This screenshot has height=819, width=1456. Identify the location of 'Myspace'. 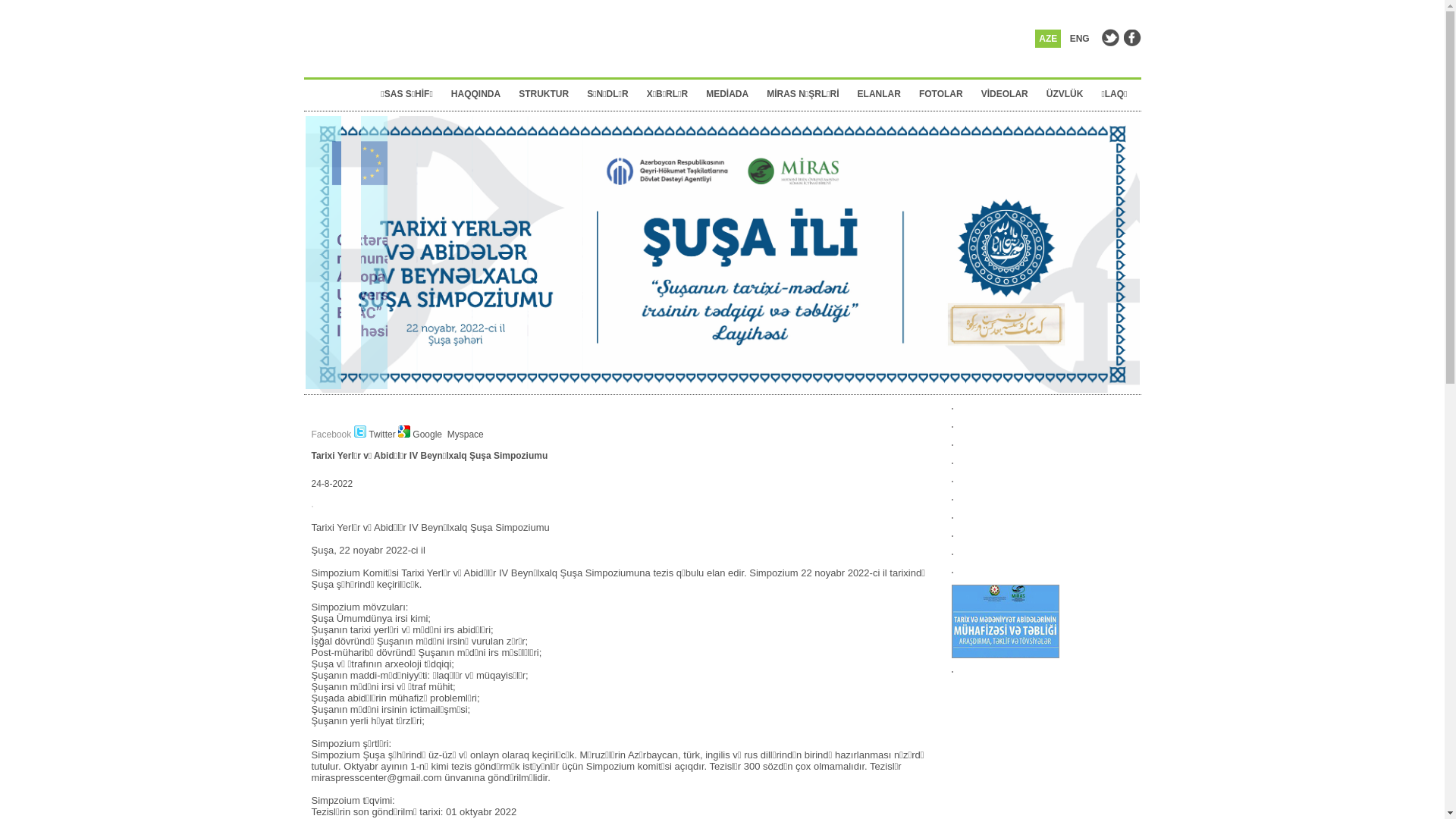
(463, 435).